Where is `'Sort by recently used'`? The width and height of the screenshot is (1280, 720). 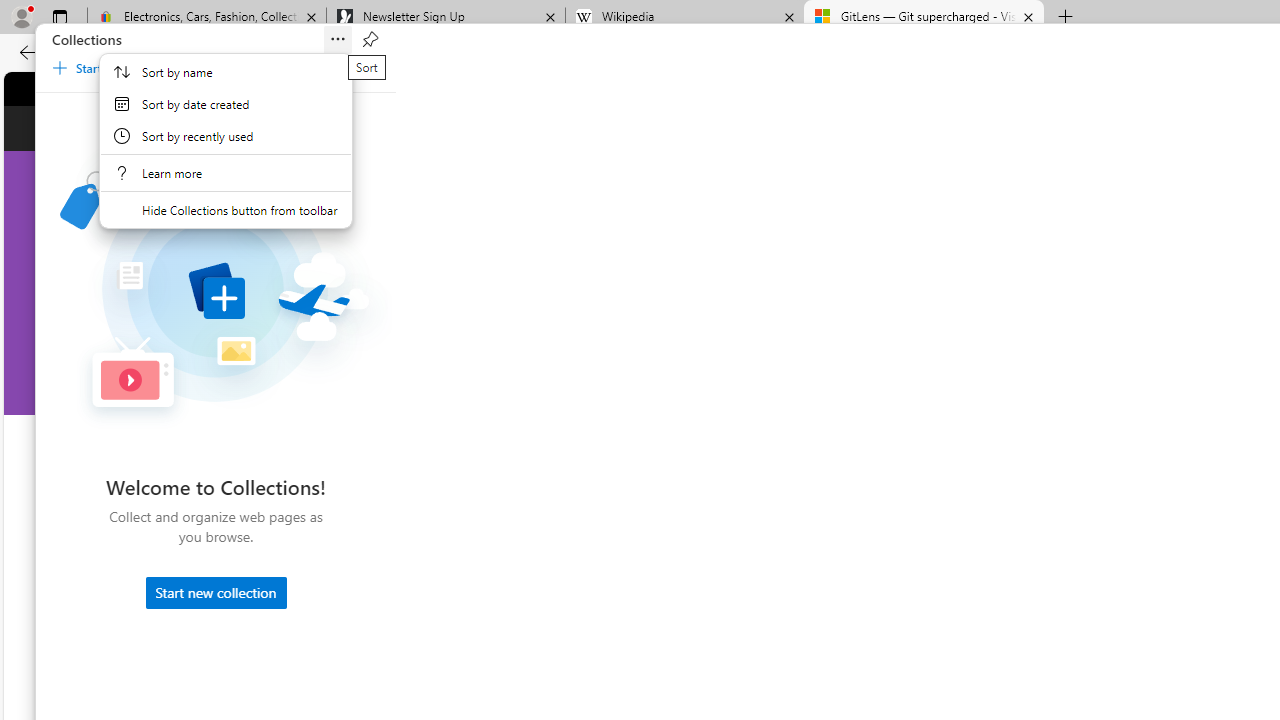 'Sort by recently used' is located at coordinates (225, 135).